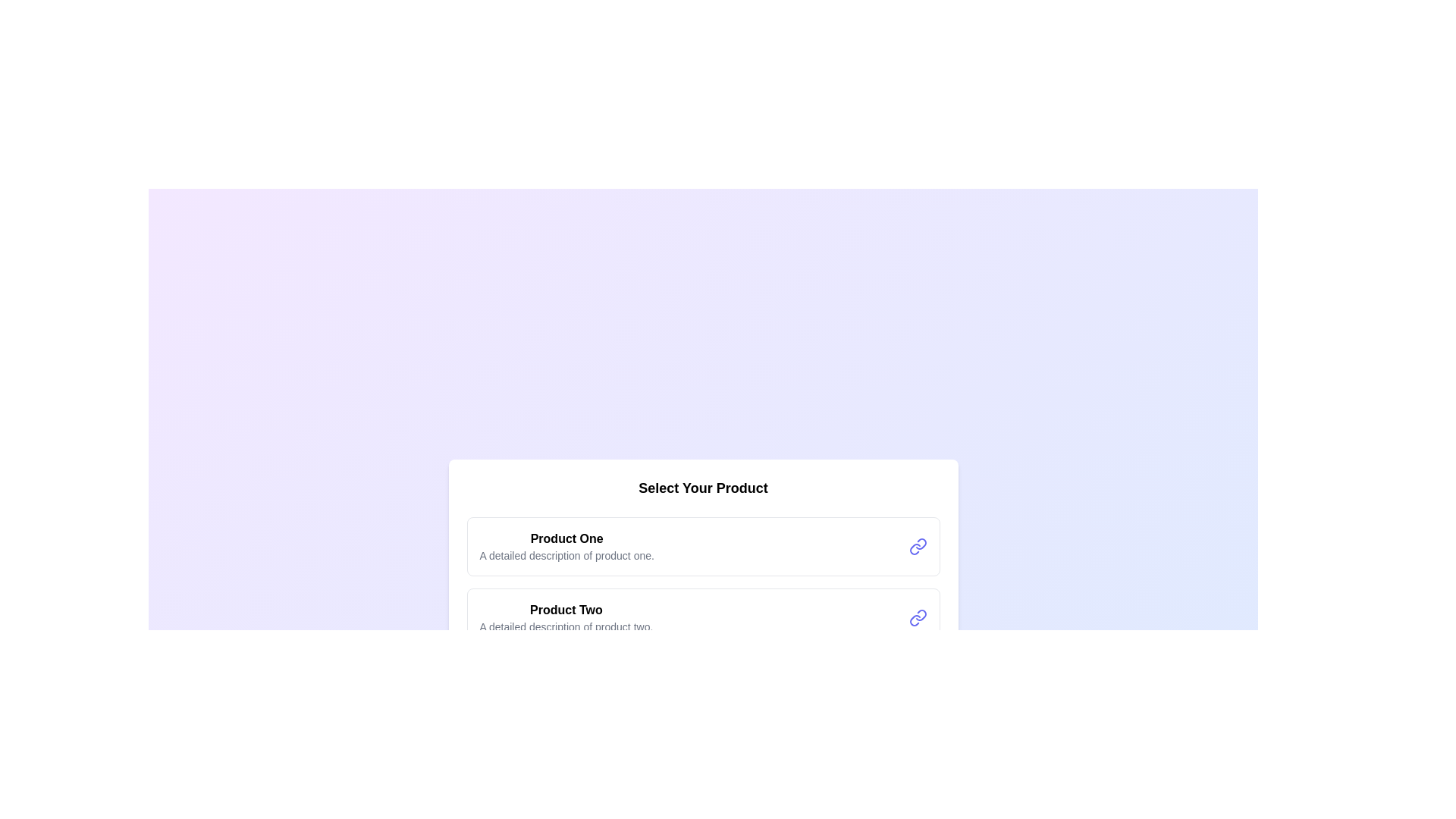  Describe the element at coordinates (702, 617) in the screenshot. I see `the 'Learn More' link on the Card that provides information about 'Product Two', which is the second option in a vertically stacked list` at that location.